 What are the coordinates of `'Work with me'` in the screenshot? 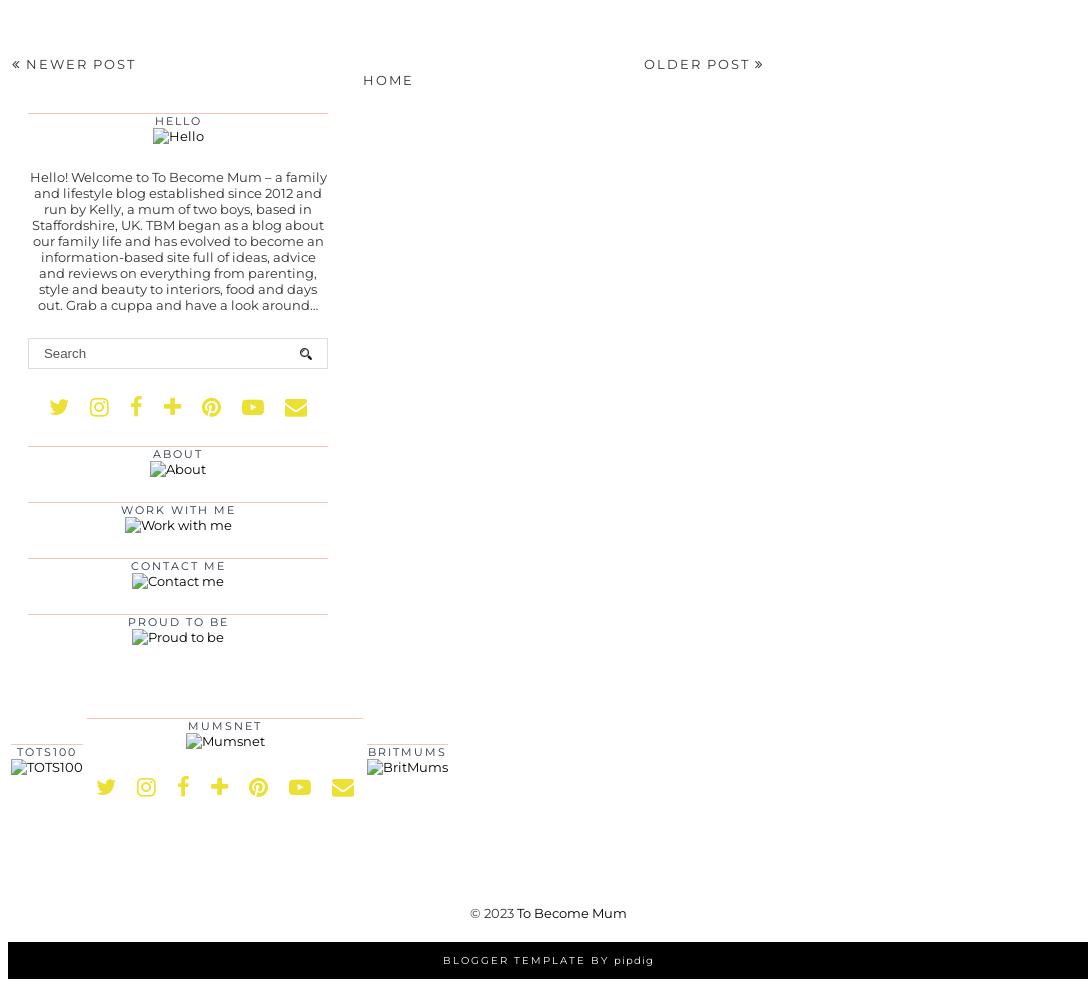 It's located at (176, 509).